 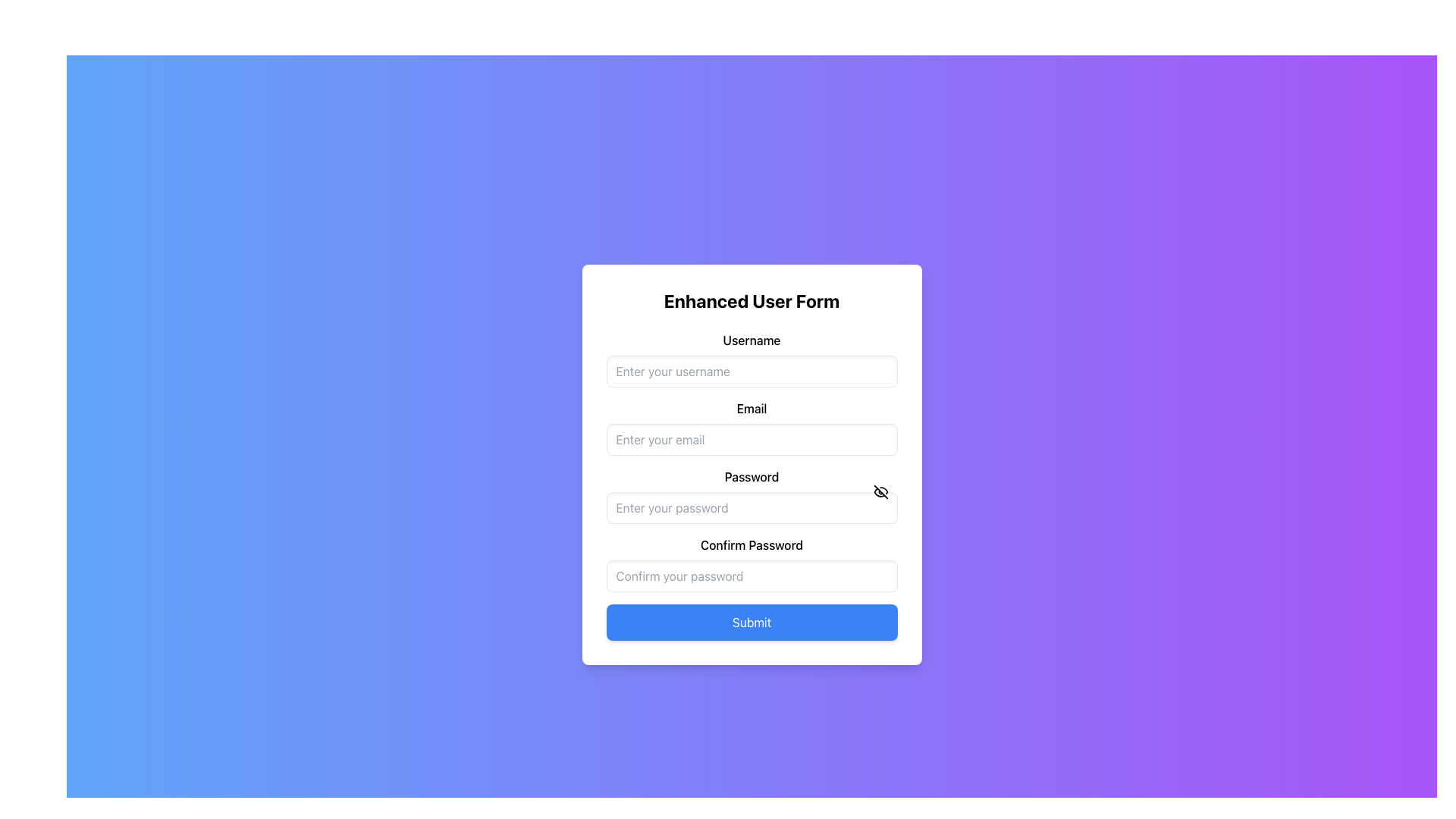 What do you see at coordinates (880, 491) in the screenshot?
I see `the visibility toggle icon (an 'eye with a slash') located to the right of the 'Password' input field in the 'Enhanced User Form'` at bounding box center [880, 491].